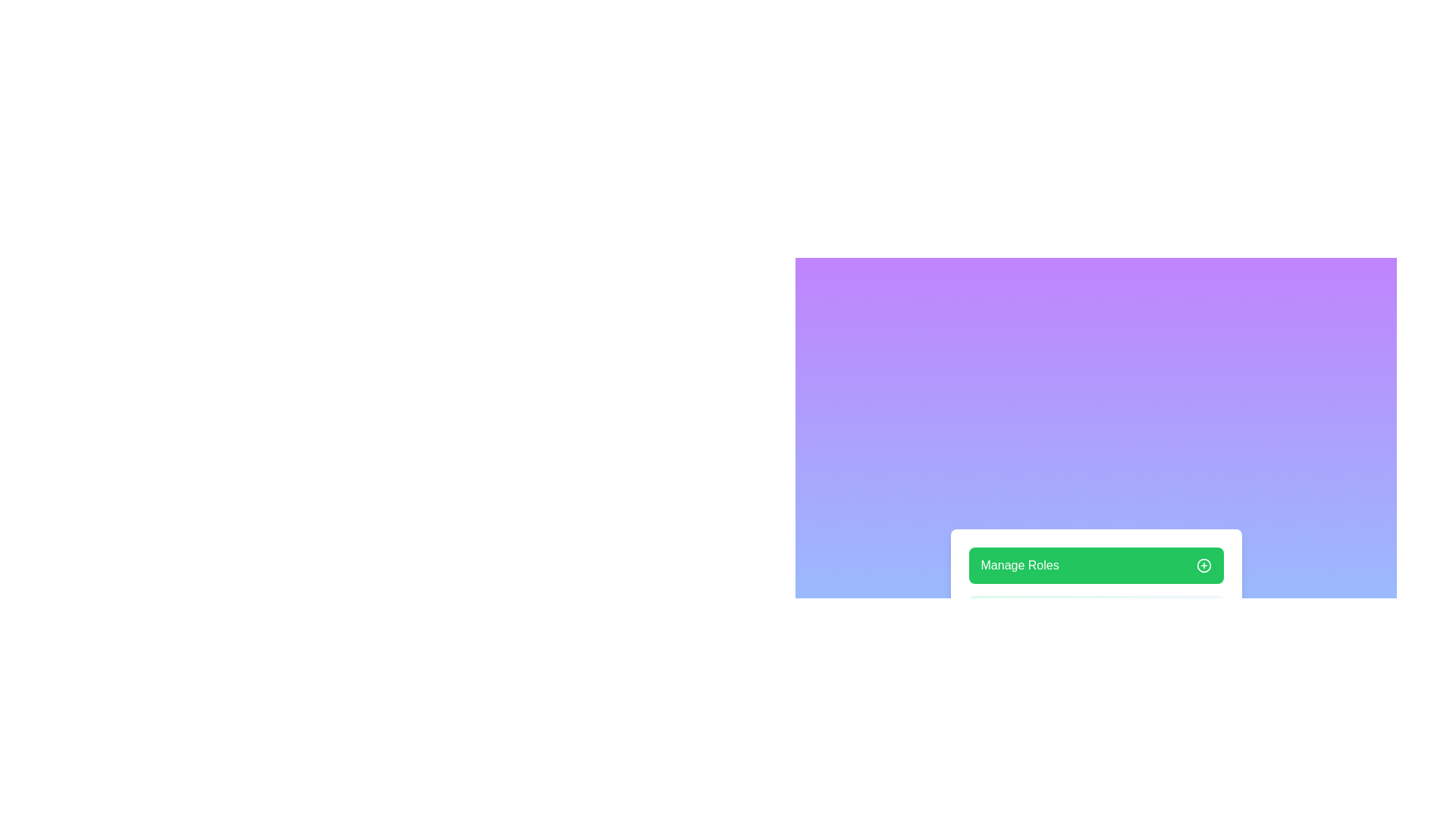  What do you see at coordinates (1096, 565) in the screenshot?
I see `'Manage Roles' button to toggle the menu` at bounding box center [1096, 565].